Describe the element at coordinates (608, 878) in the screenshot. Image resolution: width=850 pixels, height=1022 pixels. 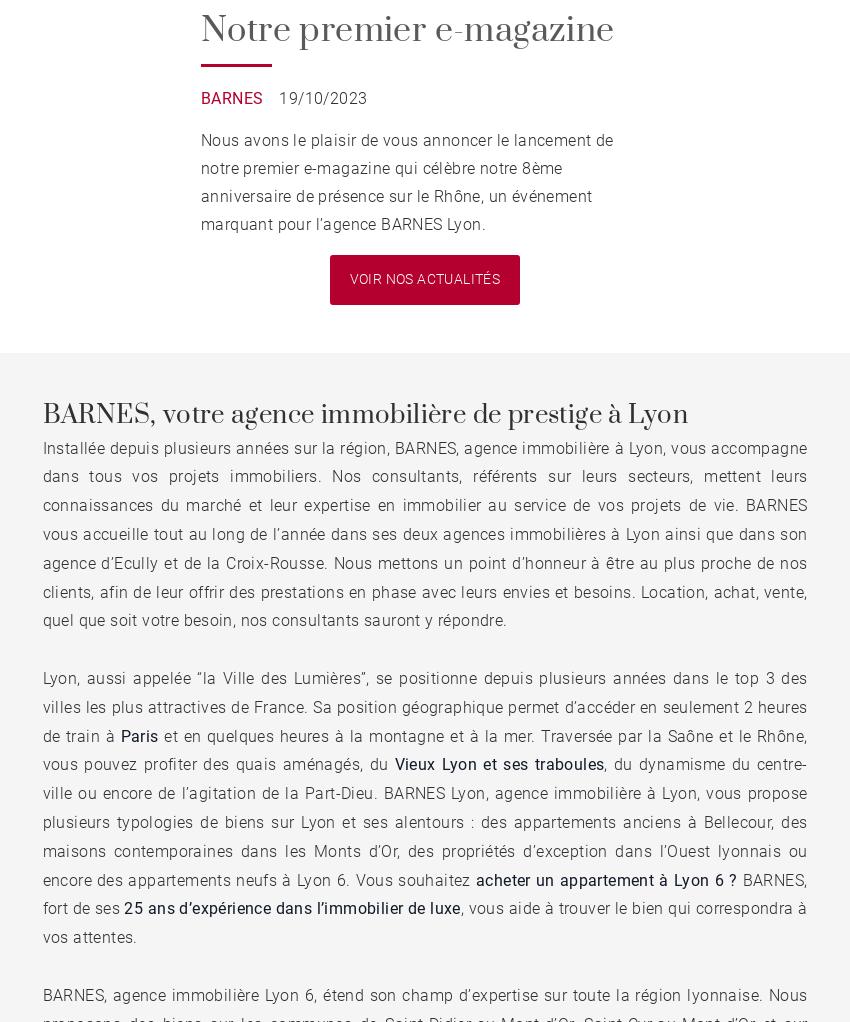
I see `'acheter un appartement à Lyon 6 ?'` at that location.